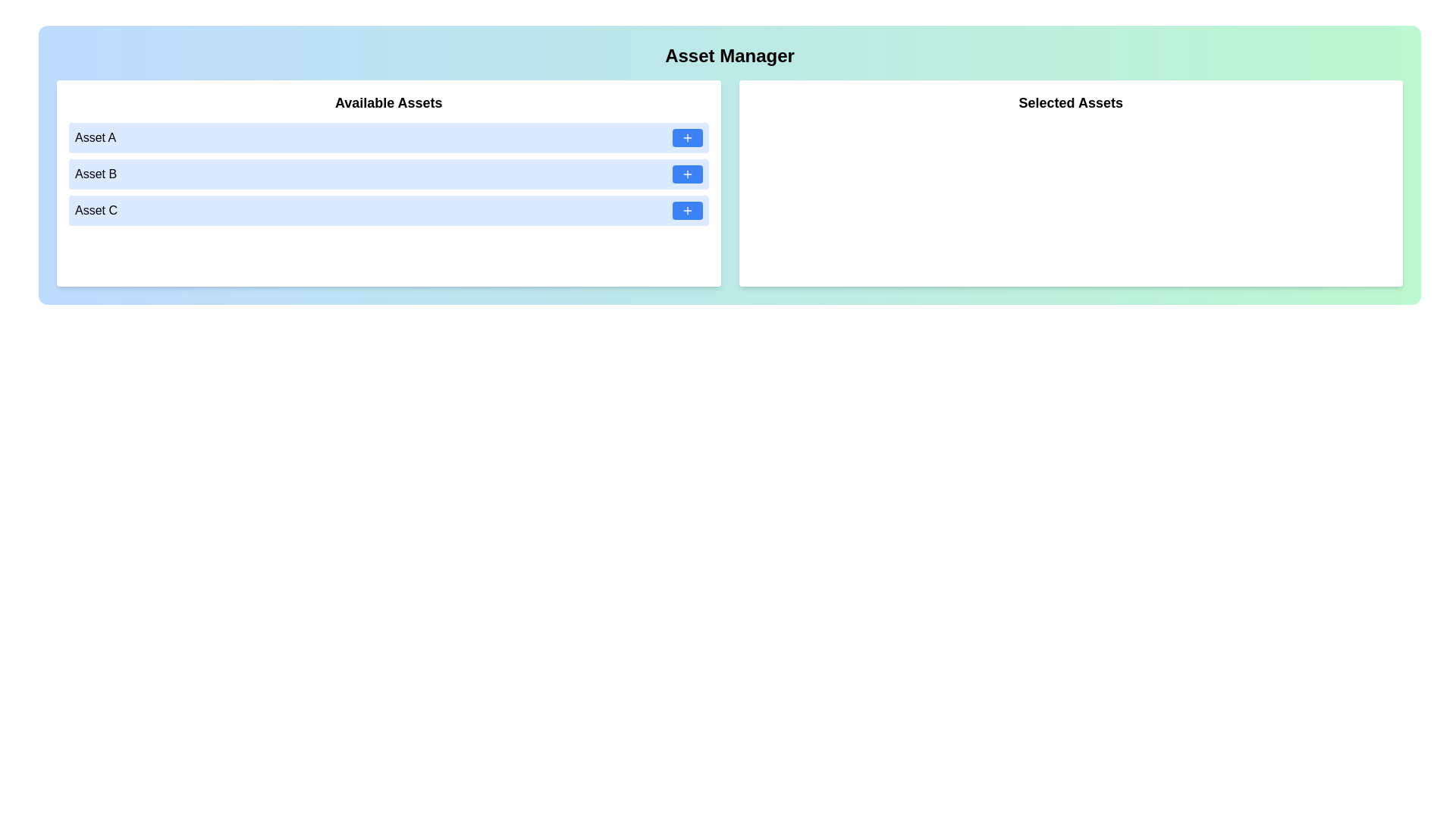 The height and width of the screenshot is (819, 1456). Describe the element at coordinates (686, 174) in the screenshot. I see `'+' button for the asset labeled 'Asset B' in the 'Available Assets' section` at that location.